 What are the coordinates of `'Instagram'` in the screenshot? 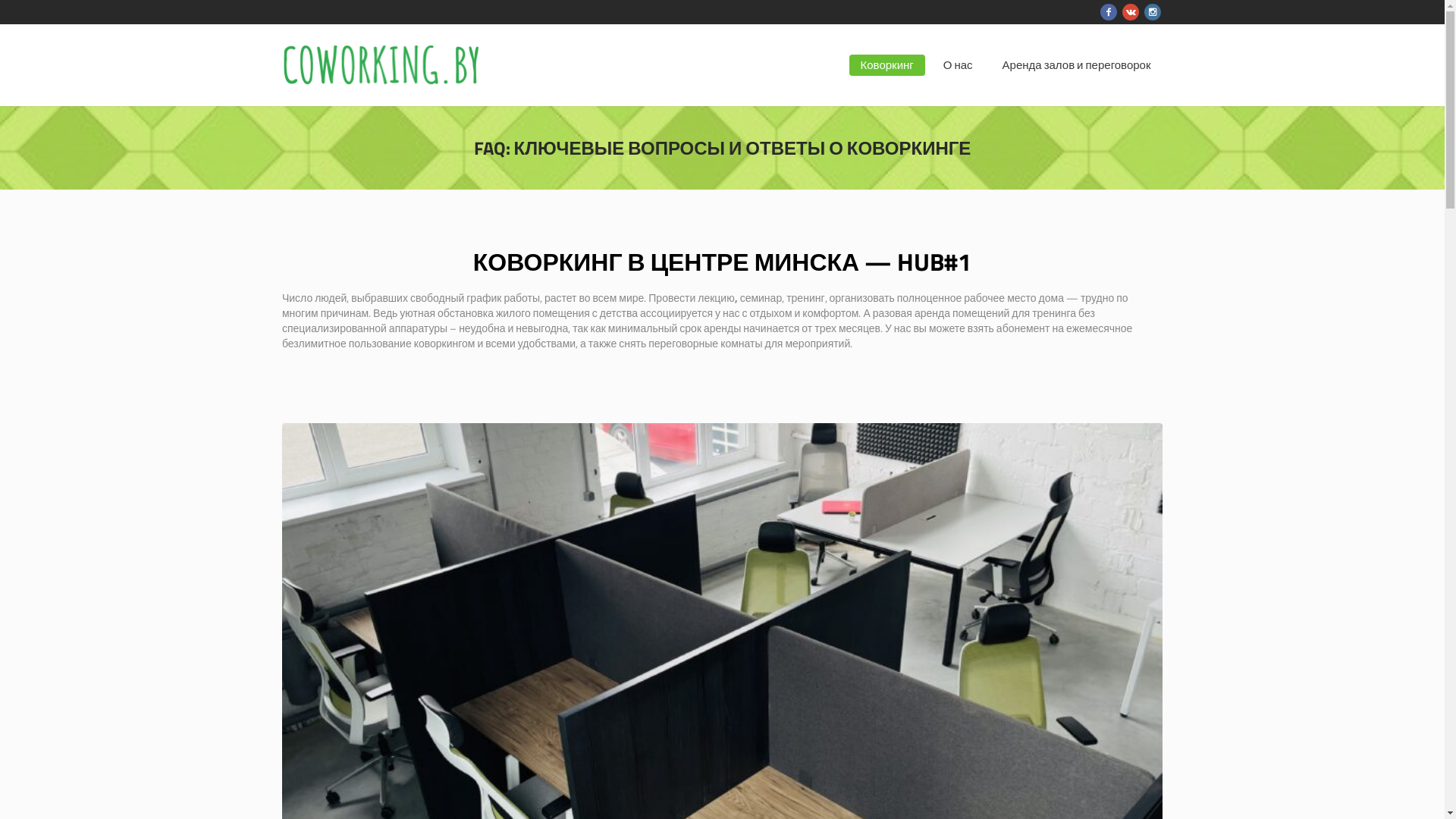 It's located at (1151, 11).